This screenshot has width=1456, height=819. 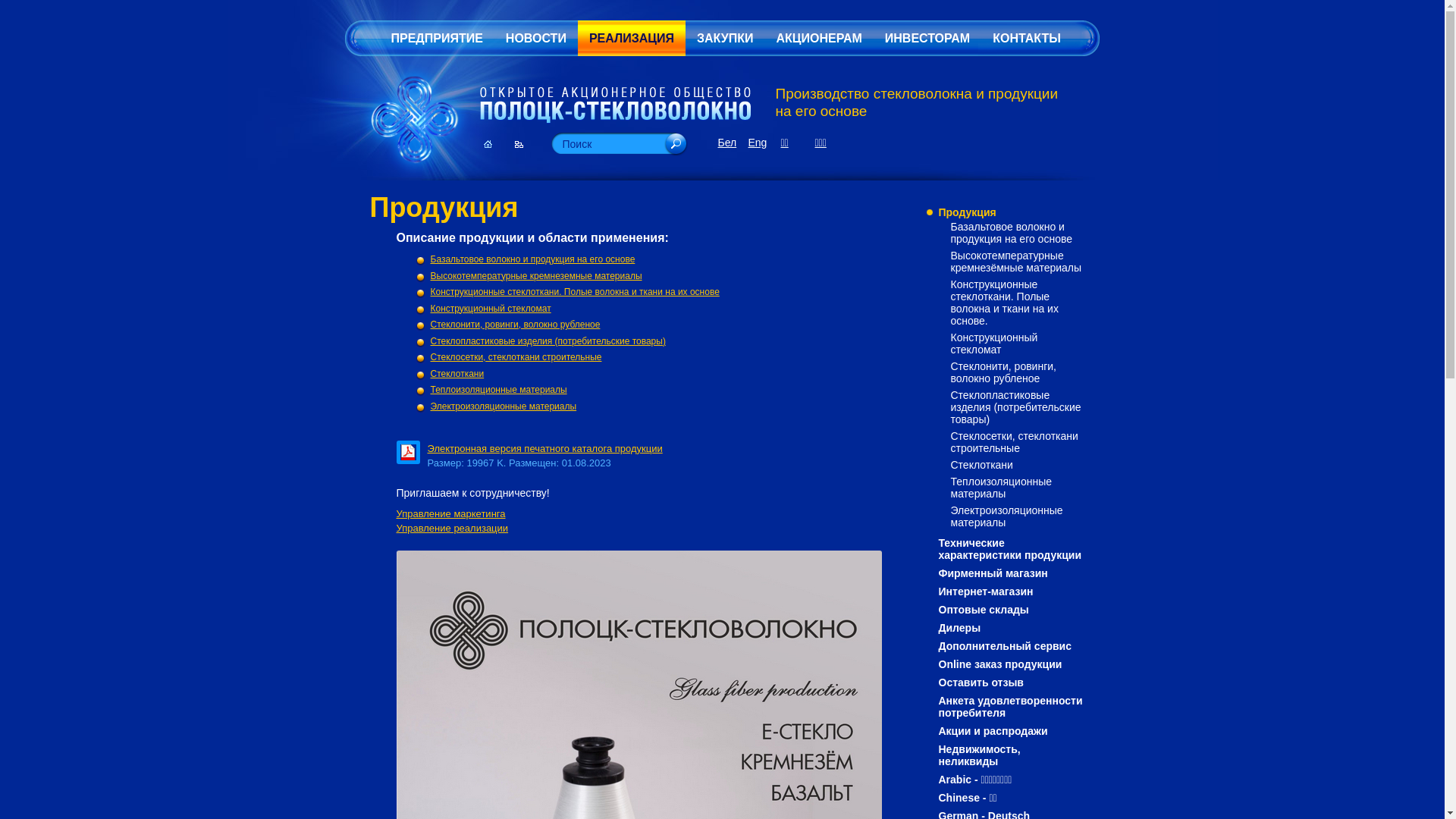 I want to click on 'Eng', so click(x=747, y=143).